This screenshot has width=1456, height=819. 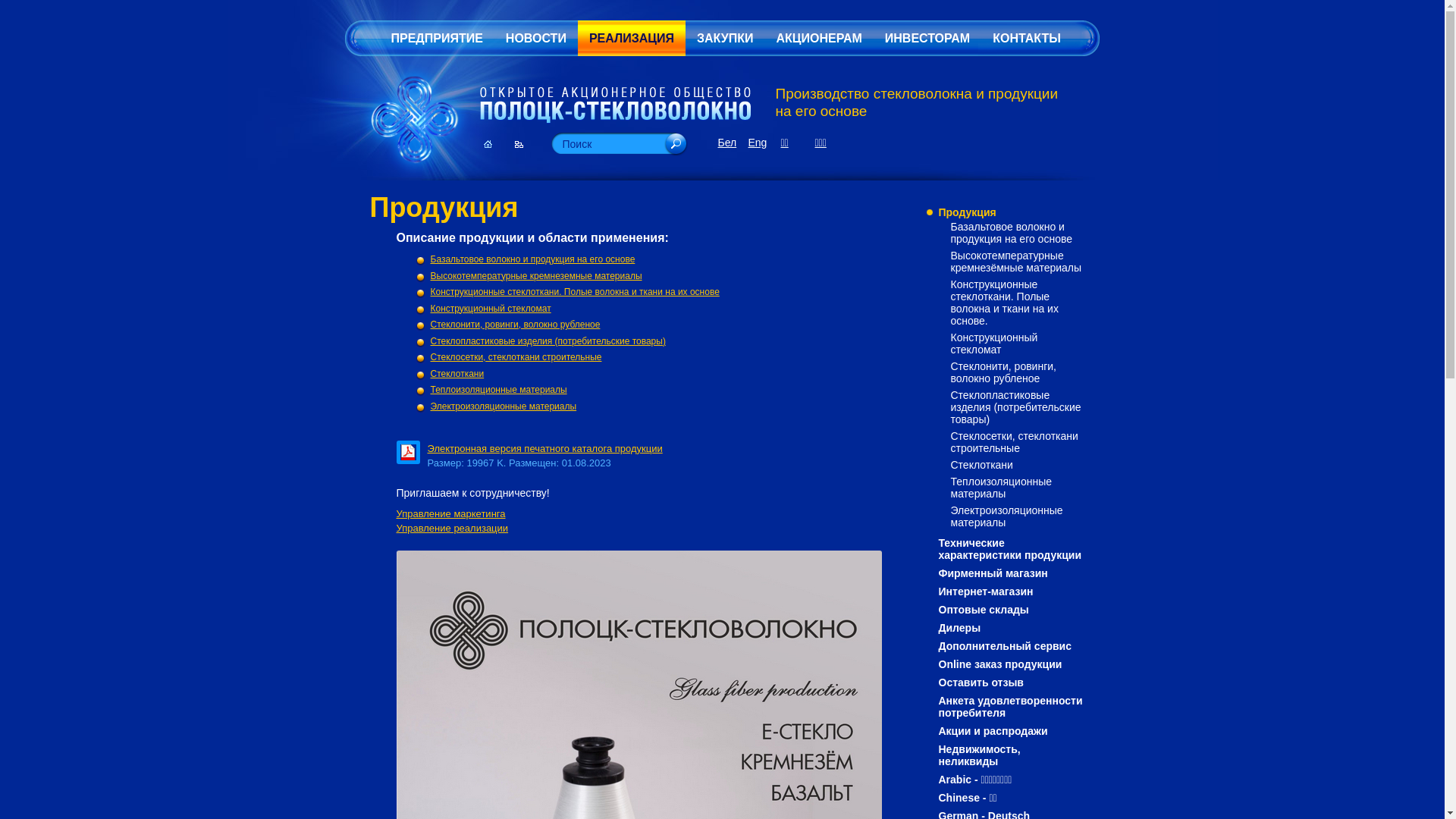 I want to click on 'Eng', so click(x=747, y=143).